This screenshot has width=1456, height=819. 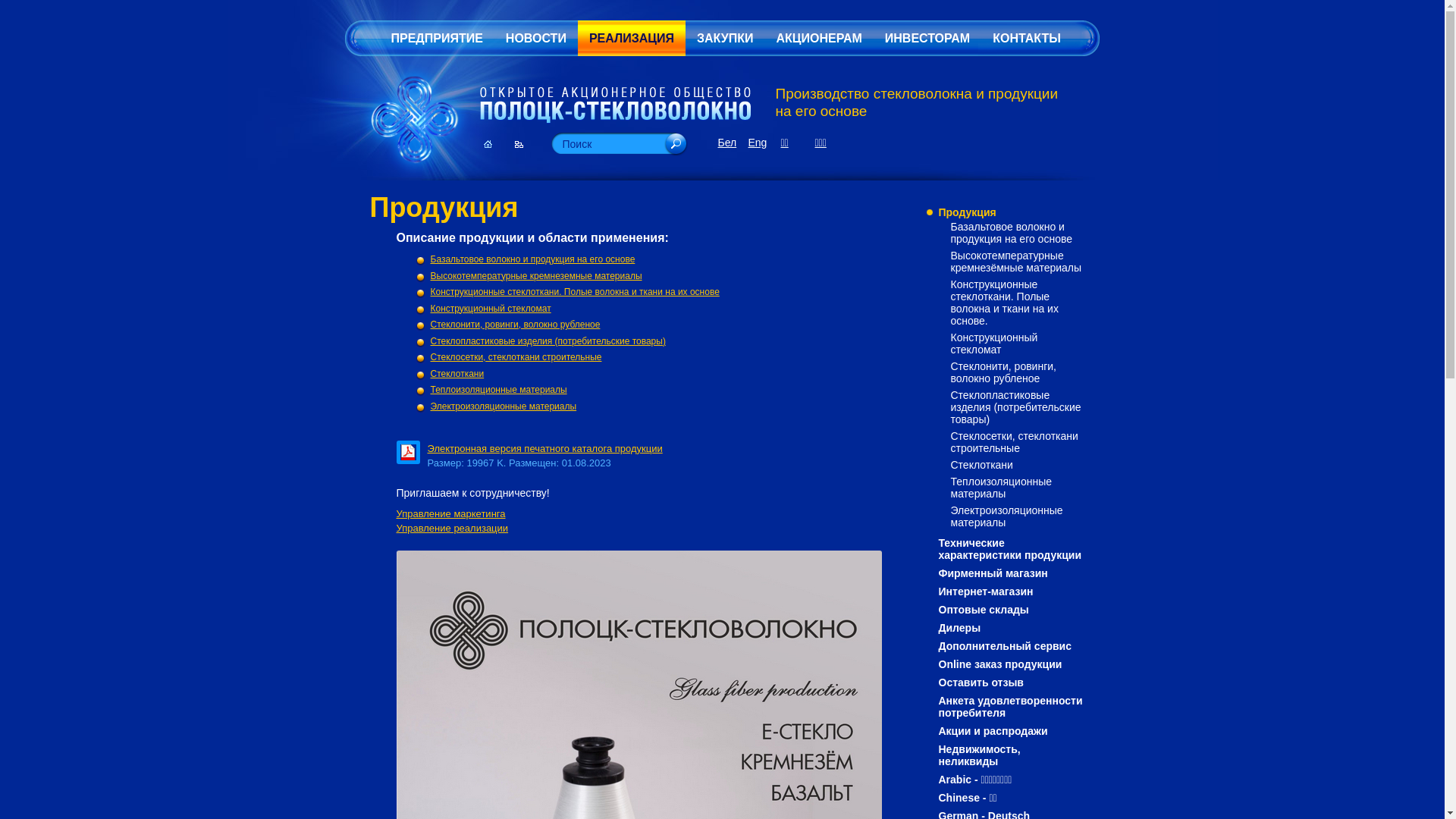 I want to click on 'Eng', so click(x=747, y=143).